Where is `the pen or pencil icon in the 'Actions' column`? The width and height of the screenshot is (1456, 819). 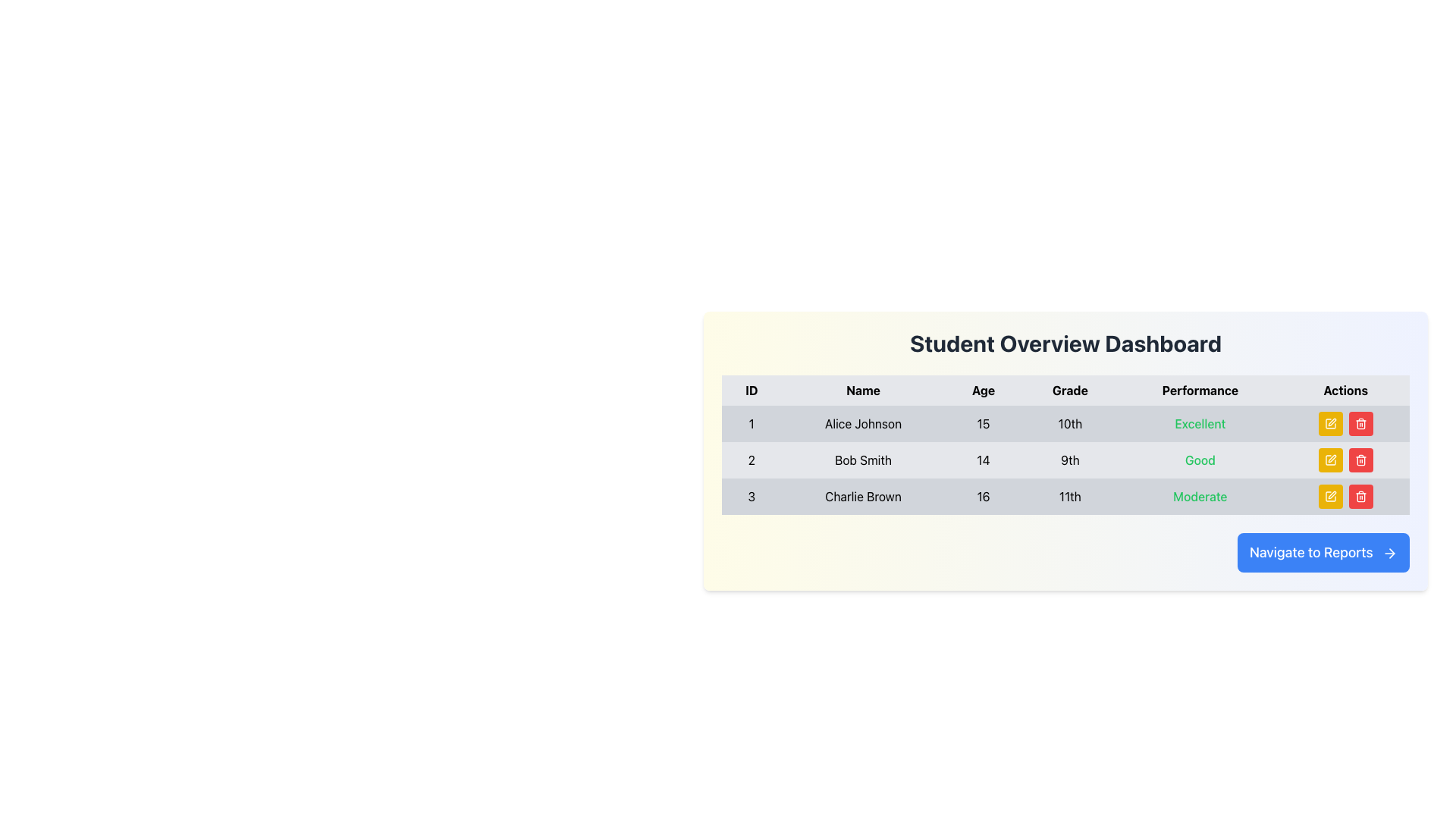 the pen or pencil icon in the 'Actions' column is located at coordinates (1331, 494).